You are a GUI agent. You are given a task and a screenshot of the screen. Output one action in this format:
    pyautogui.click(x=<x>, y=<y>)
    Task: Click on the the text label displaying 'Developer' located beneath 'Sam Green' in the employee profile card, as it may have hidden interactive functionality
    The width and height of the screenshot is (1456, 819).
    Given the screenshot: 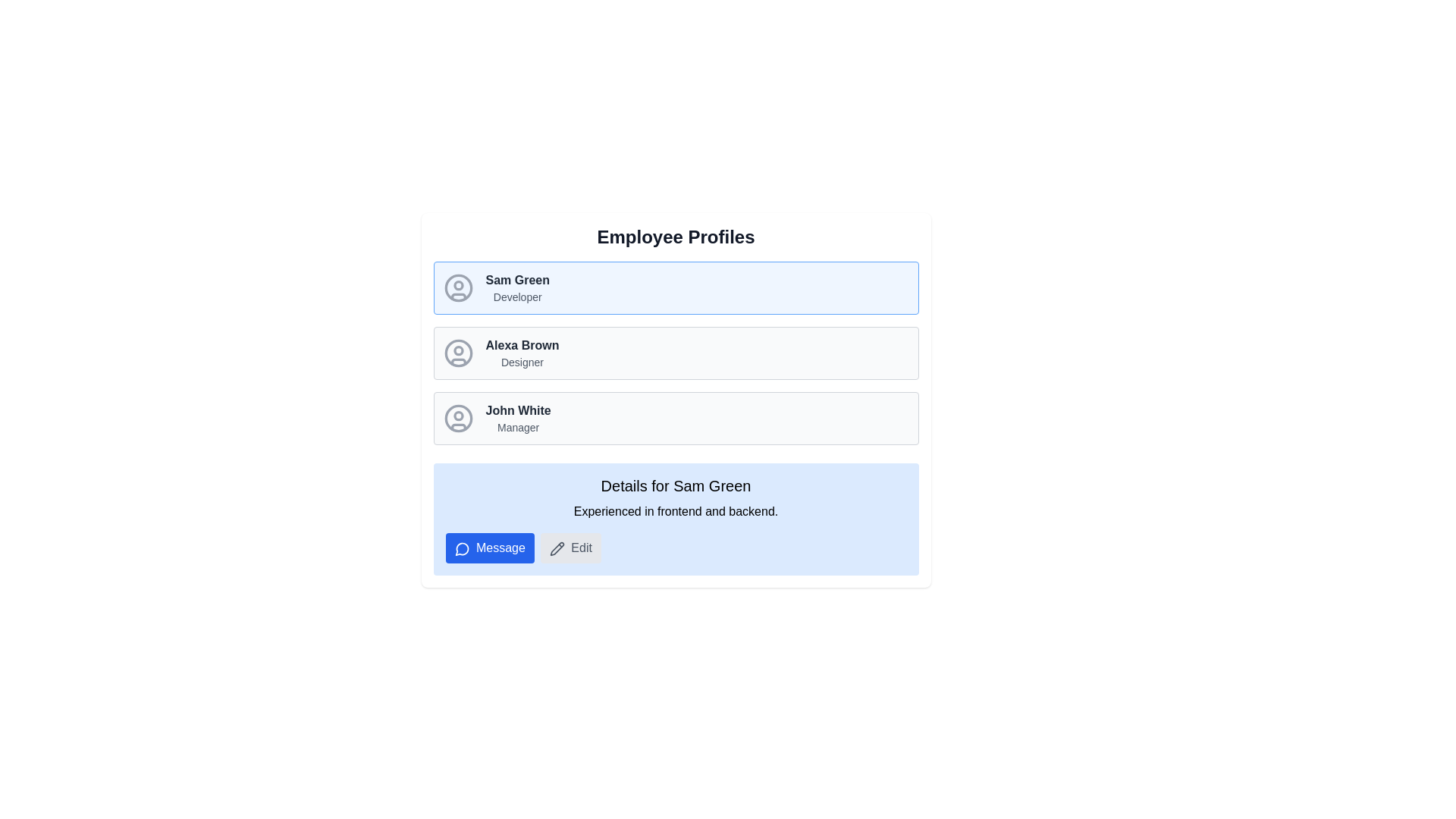 What is the action you would take?
    pyautogui.click(x=517, y=297)
    